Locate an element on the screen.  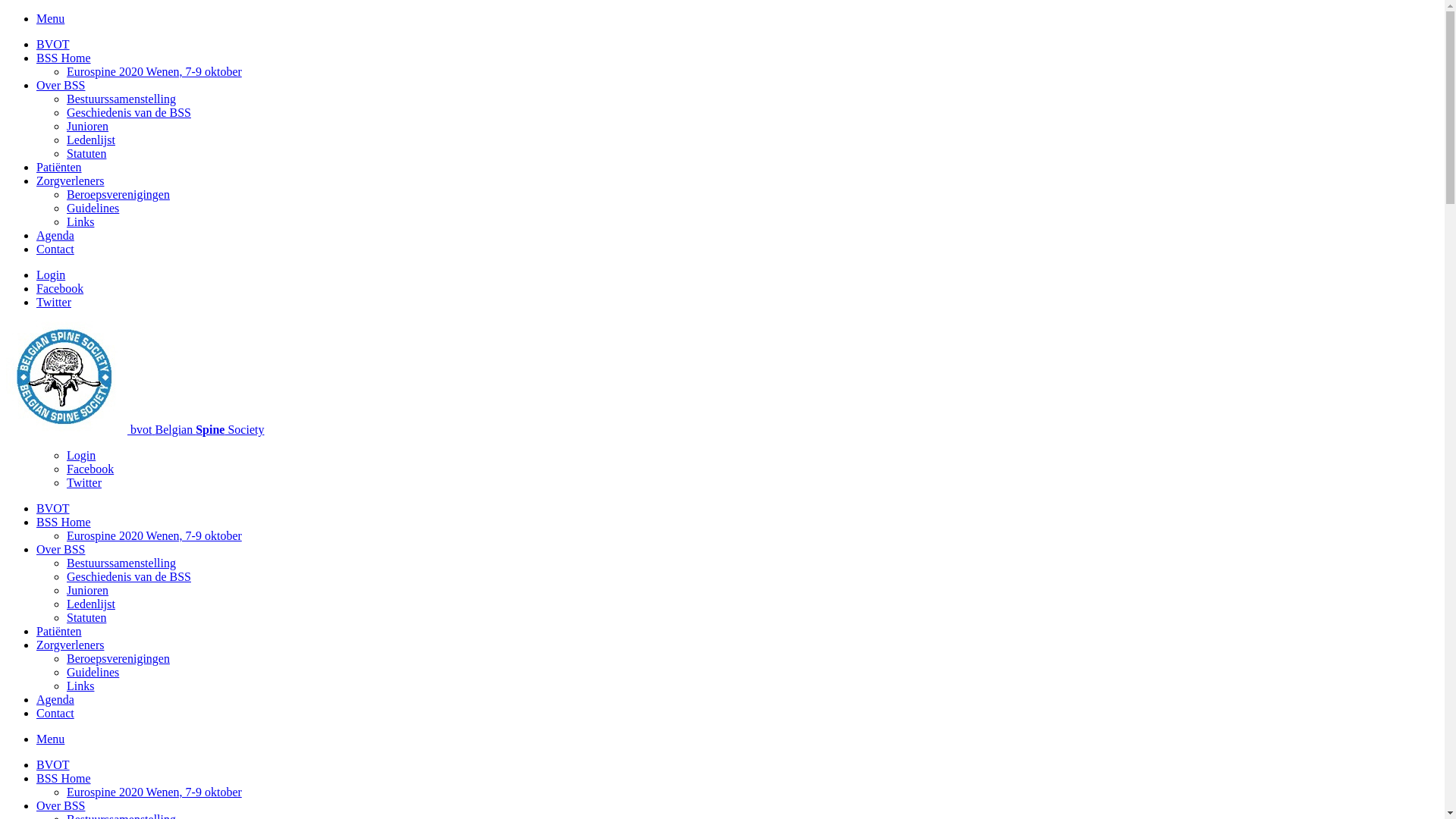
'Home' is located at coordinates (67, 429).